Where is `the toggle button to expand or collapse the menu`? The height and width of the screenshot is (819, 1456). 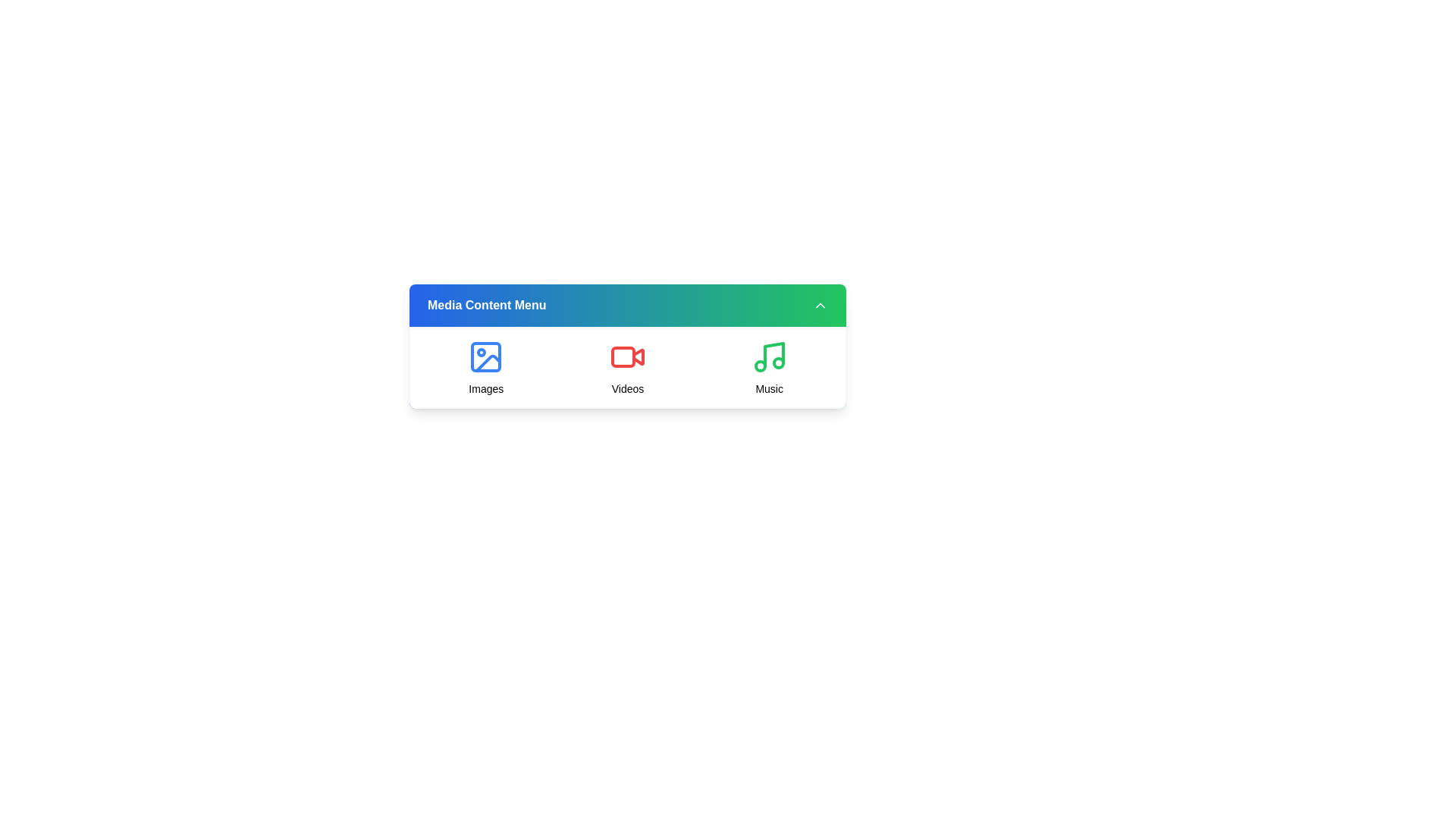 the toggle button to expand or collapse the menu is located at coordinates (819, 305).